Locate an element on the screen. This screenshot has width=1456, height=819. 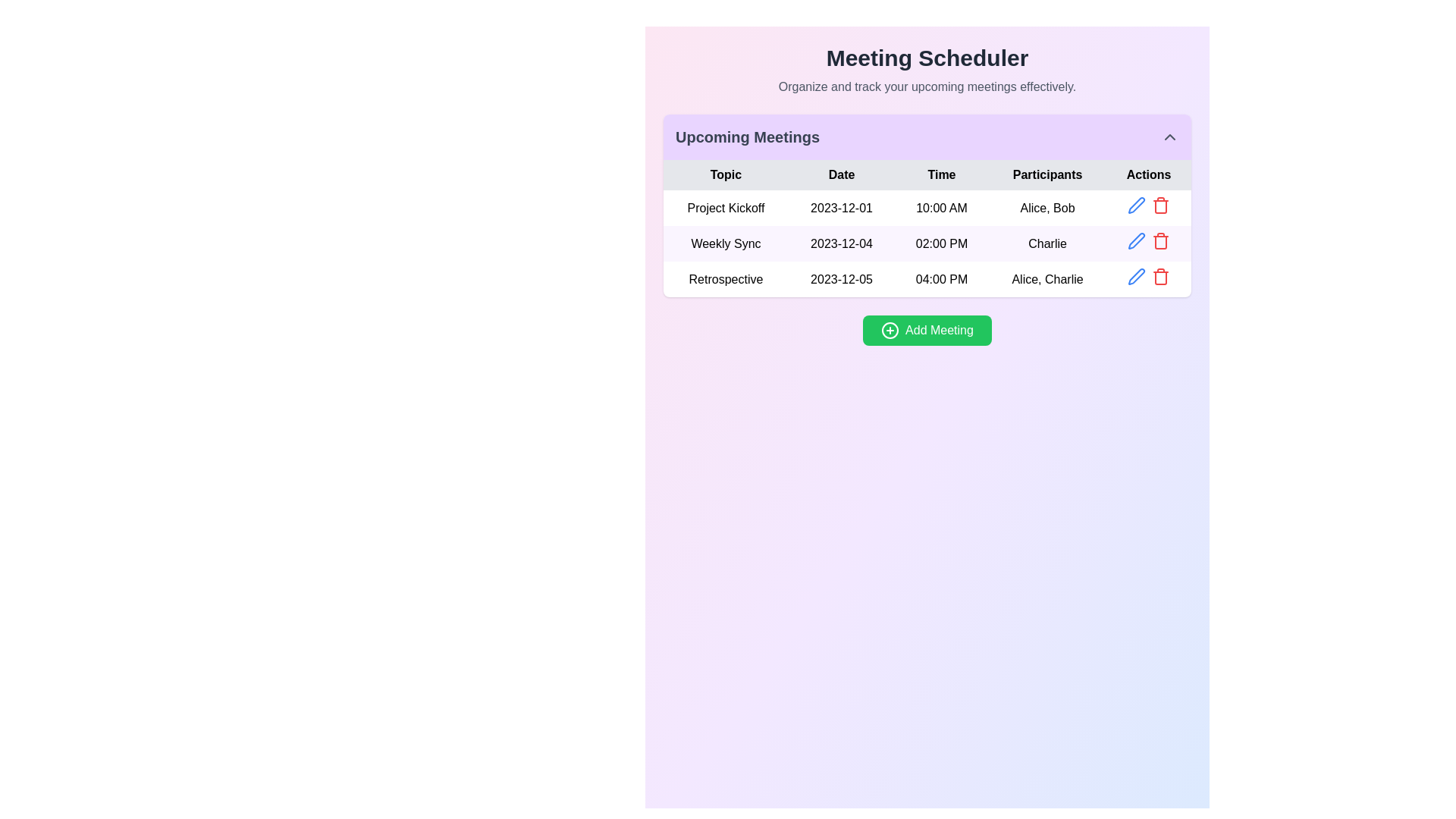
the first Meeting Entry Row titled 'Project Kickoff' in the 'Upcoming Meetings' table is located at coordinates (927, 207).